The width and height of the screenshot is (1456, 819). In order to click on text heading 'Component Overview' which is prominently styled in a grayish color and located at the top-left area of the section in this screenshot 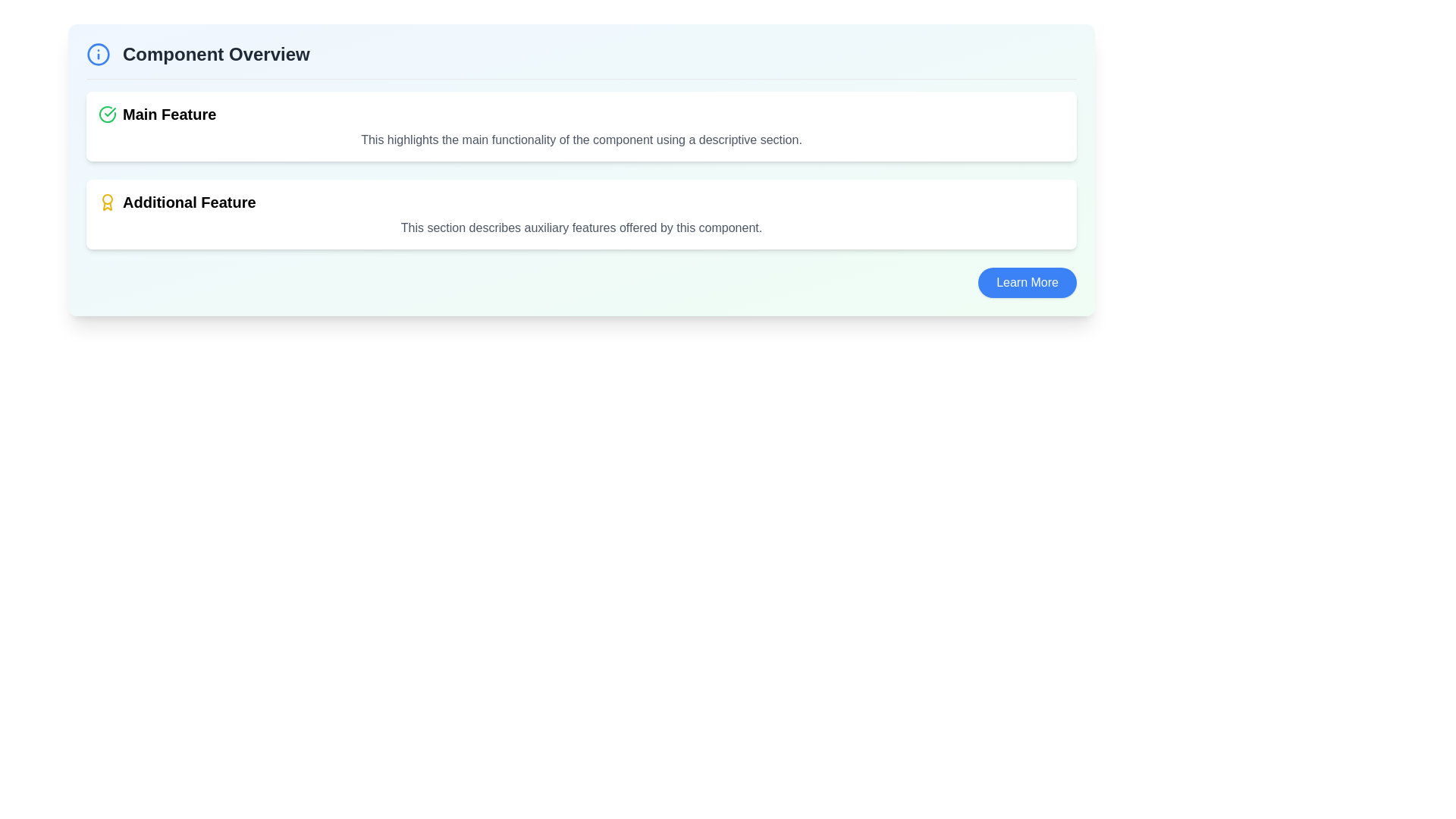, I will do `click(215, 54)`.